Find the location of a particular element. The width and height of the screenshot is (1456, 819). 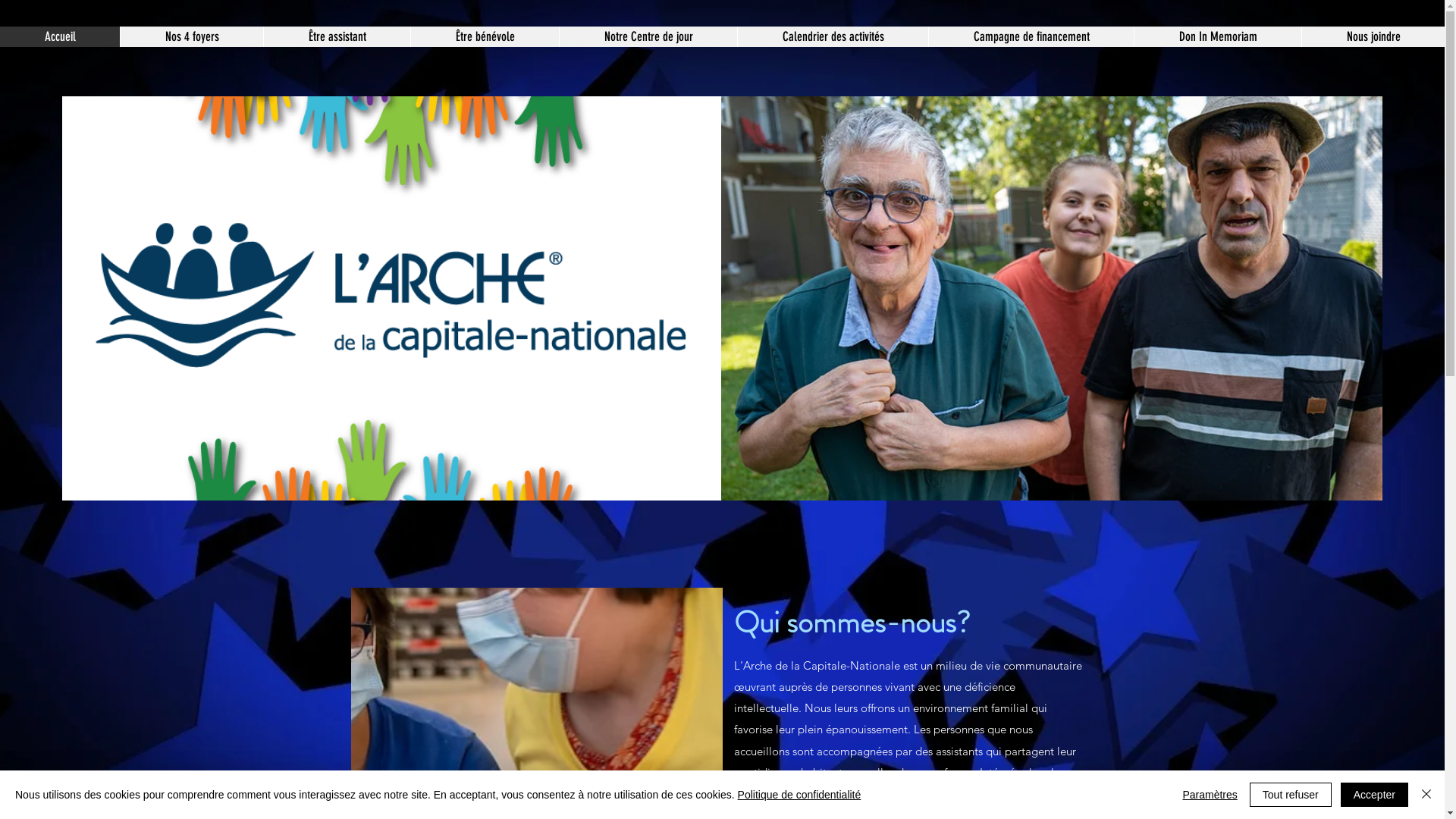

'Notre Centre de jour' is located at coordinates (558, 36).